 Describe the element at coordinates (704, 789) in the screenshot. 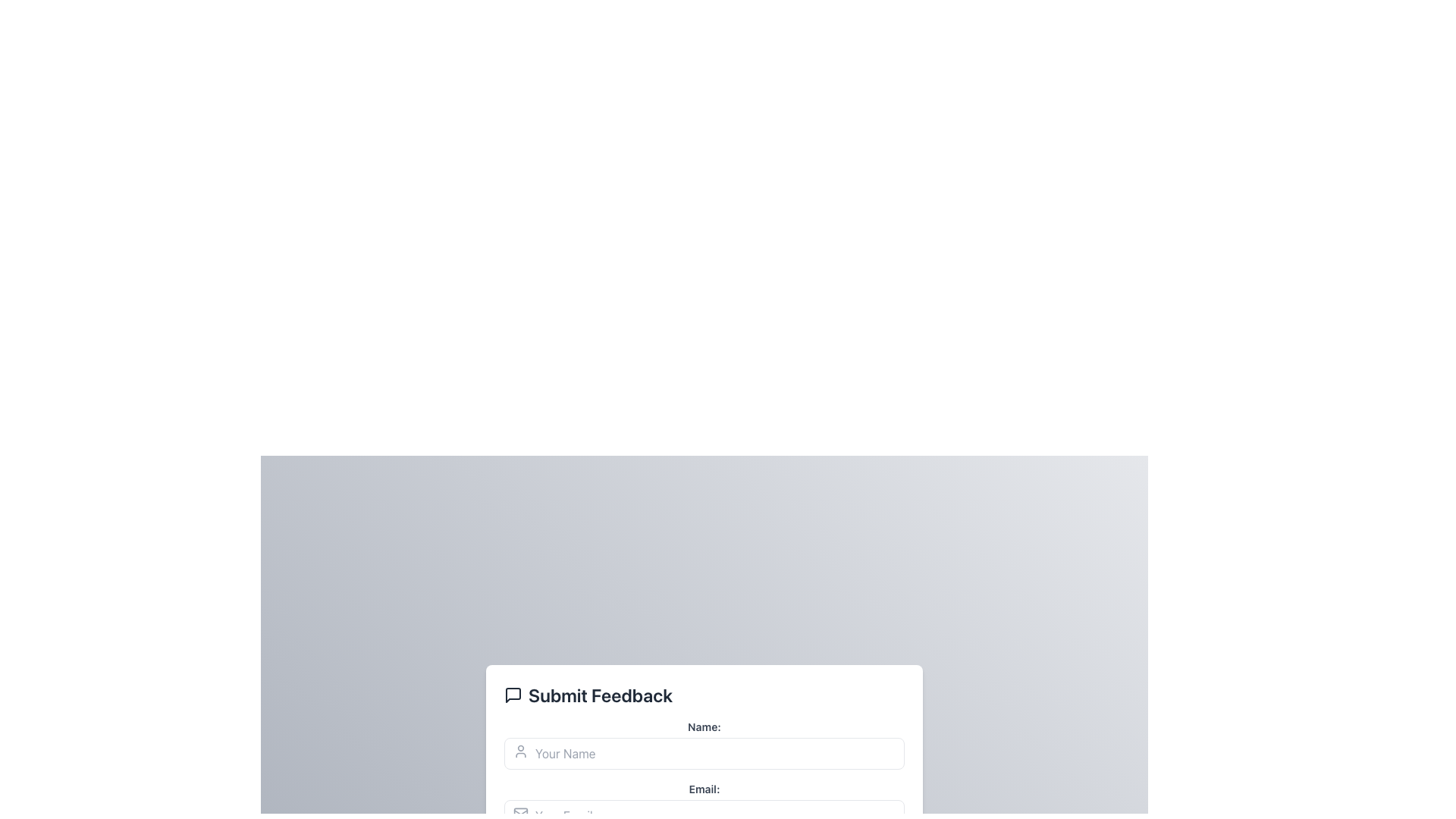

I see `label indicating the email input field under the 'Submit Feedback' section` at that location.